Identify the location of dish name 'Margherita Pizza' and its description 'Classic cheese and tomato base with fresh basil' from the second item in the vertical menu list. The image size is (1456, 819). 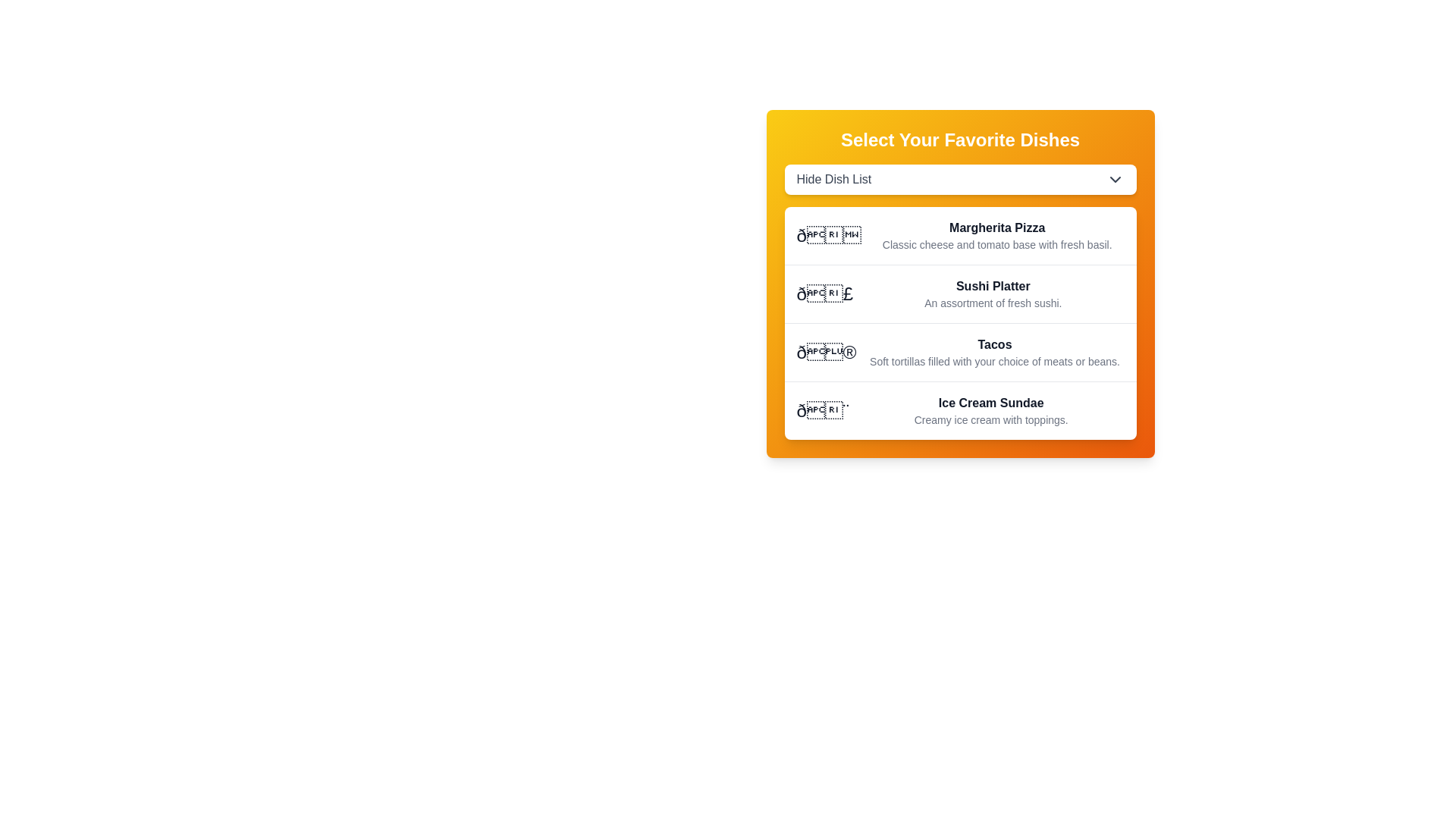
(997, 236).